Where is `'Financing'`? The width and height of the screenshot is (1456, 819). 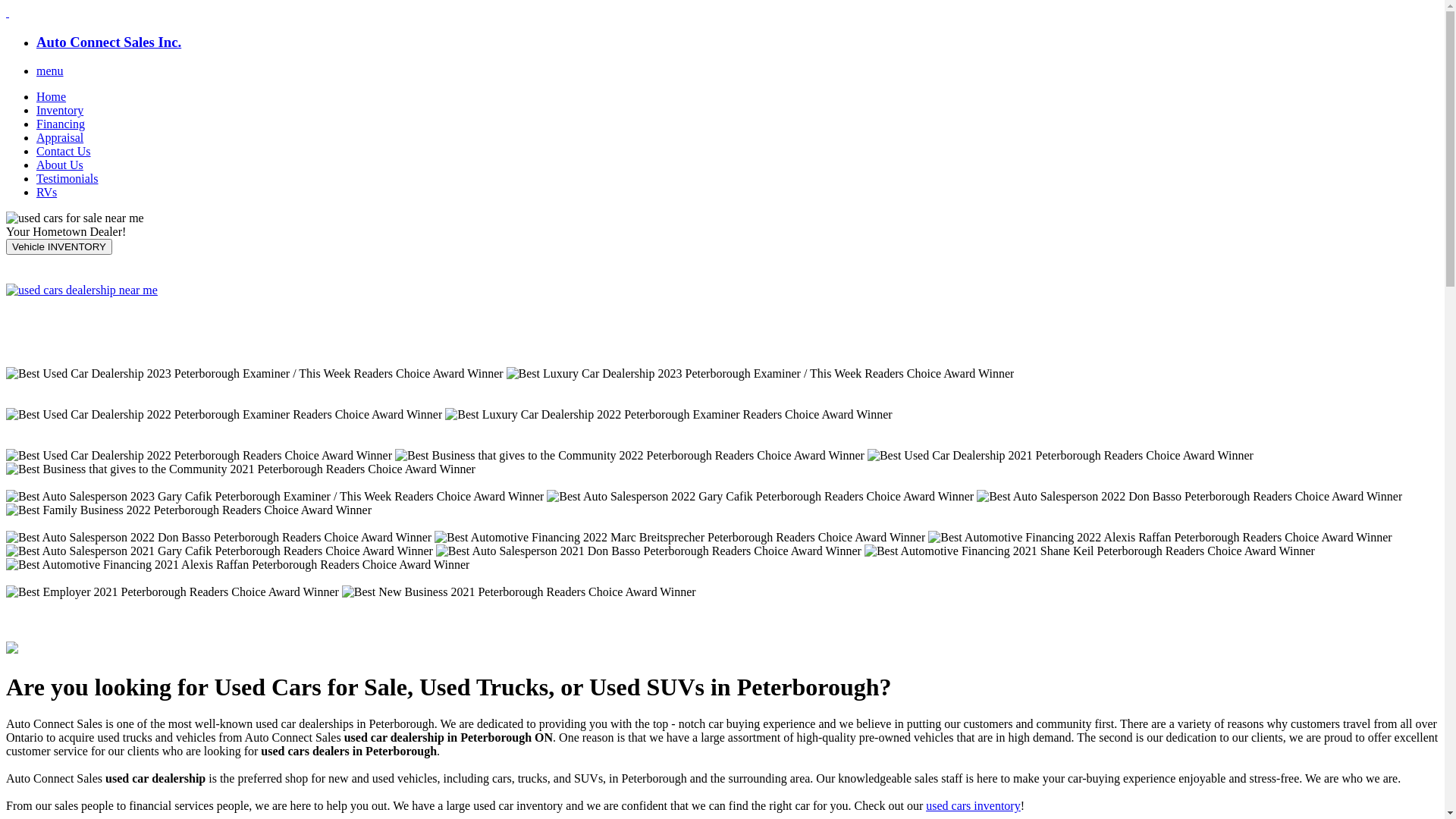
'Financing' is located at coordinates (61, 123).